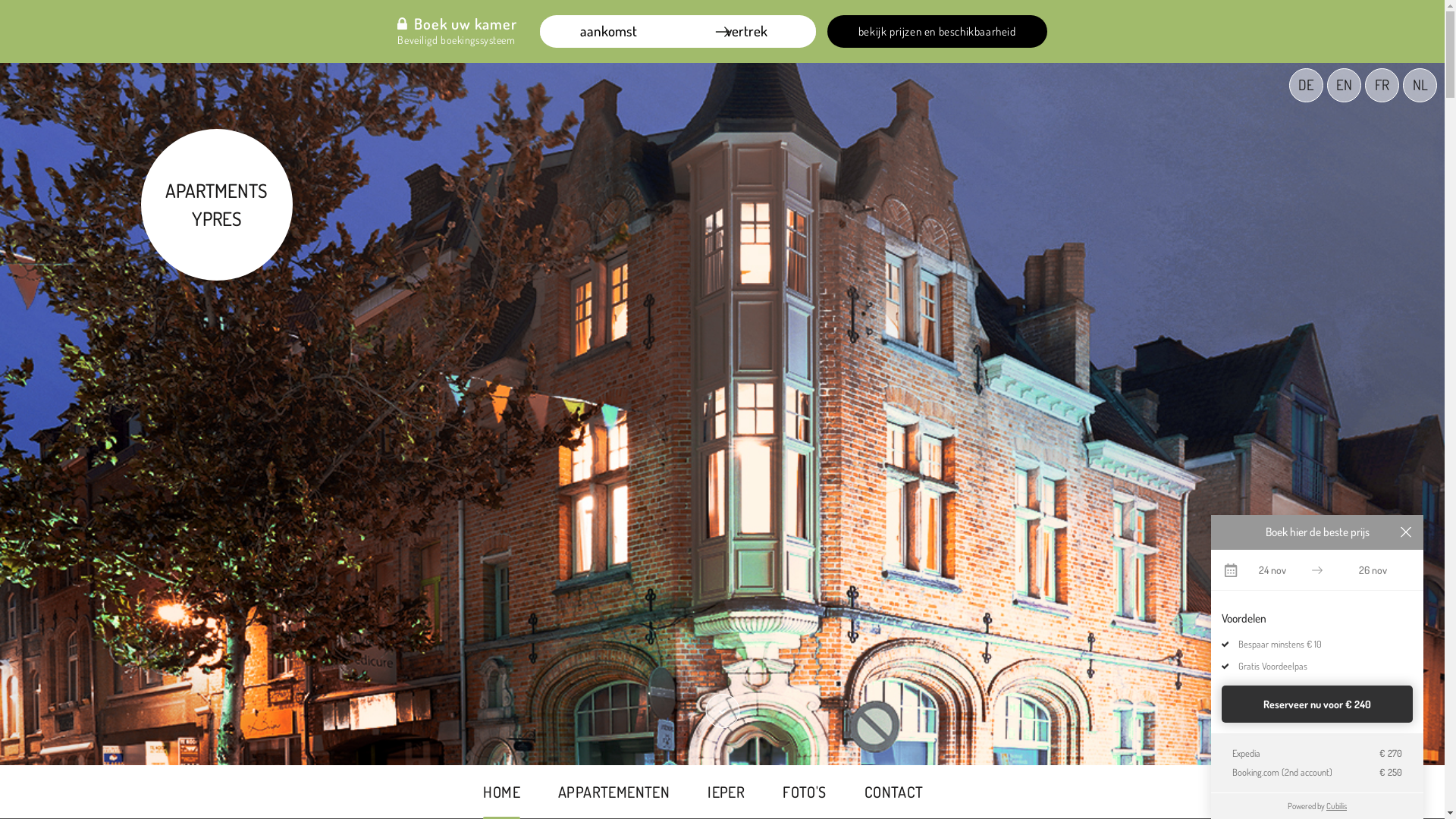  I want to click on 'IEPER', so click(725, 791).